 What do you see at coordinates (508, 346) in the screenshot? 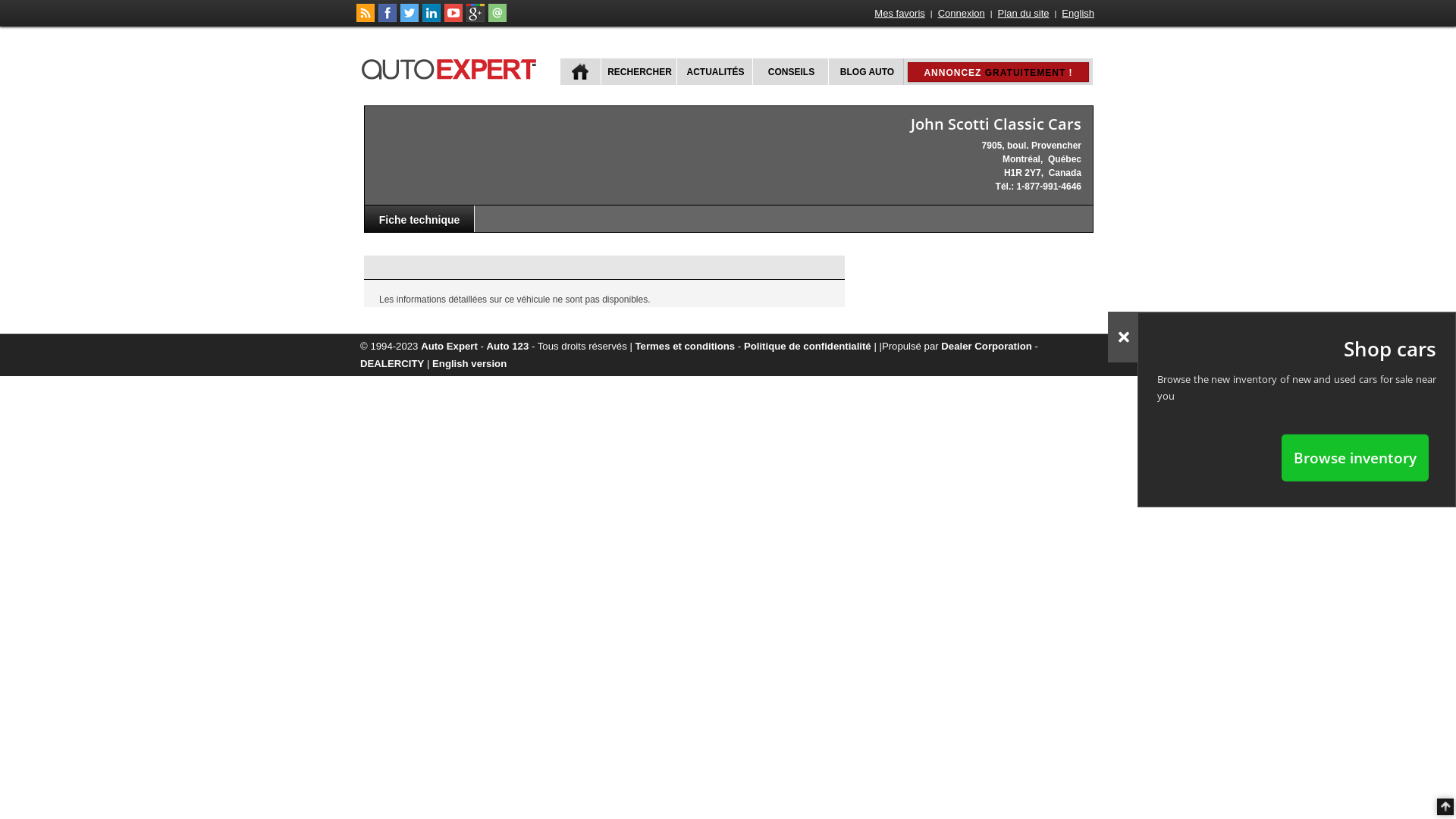
I see `'Auto 123'` at bounding box center [508, 346].